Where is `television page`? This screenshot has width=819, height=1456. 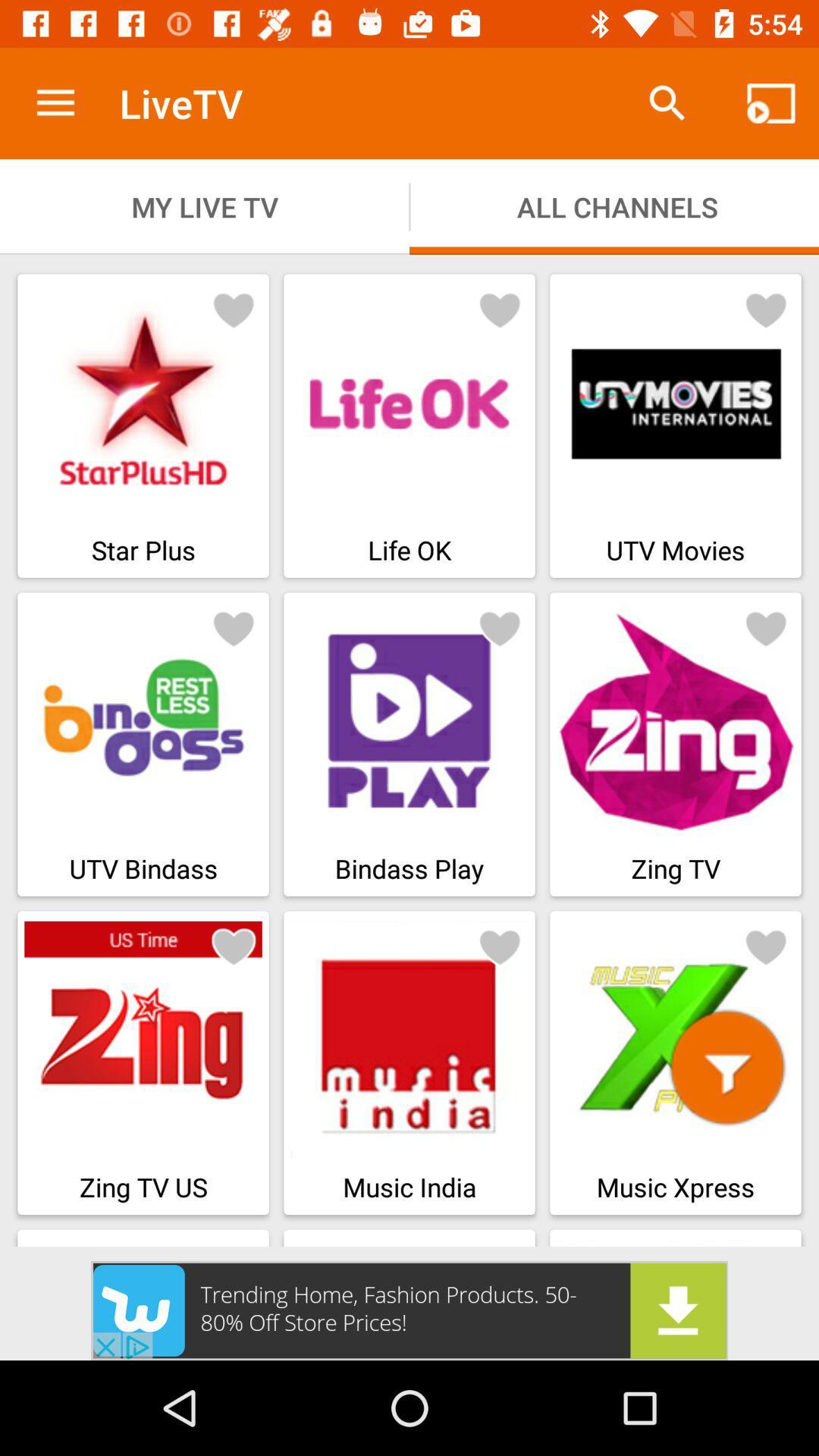 television page is located at coordinates (234, 309).